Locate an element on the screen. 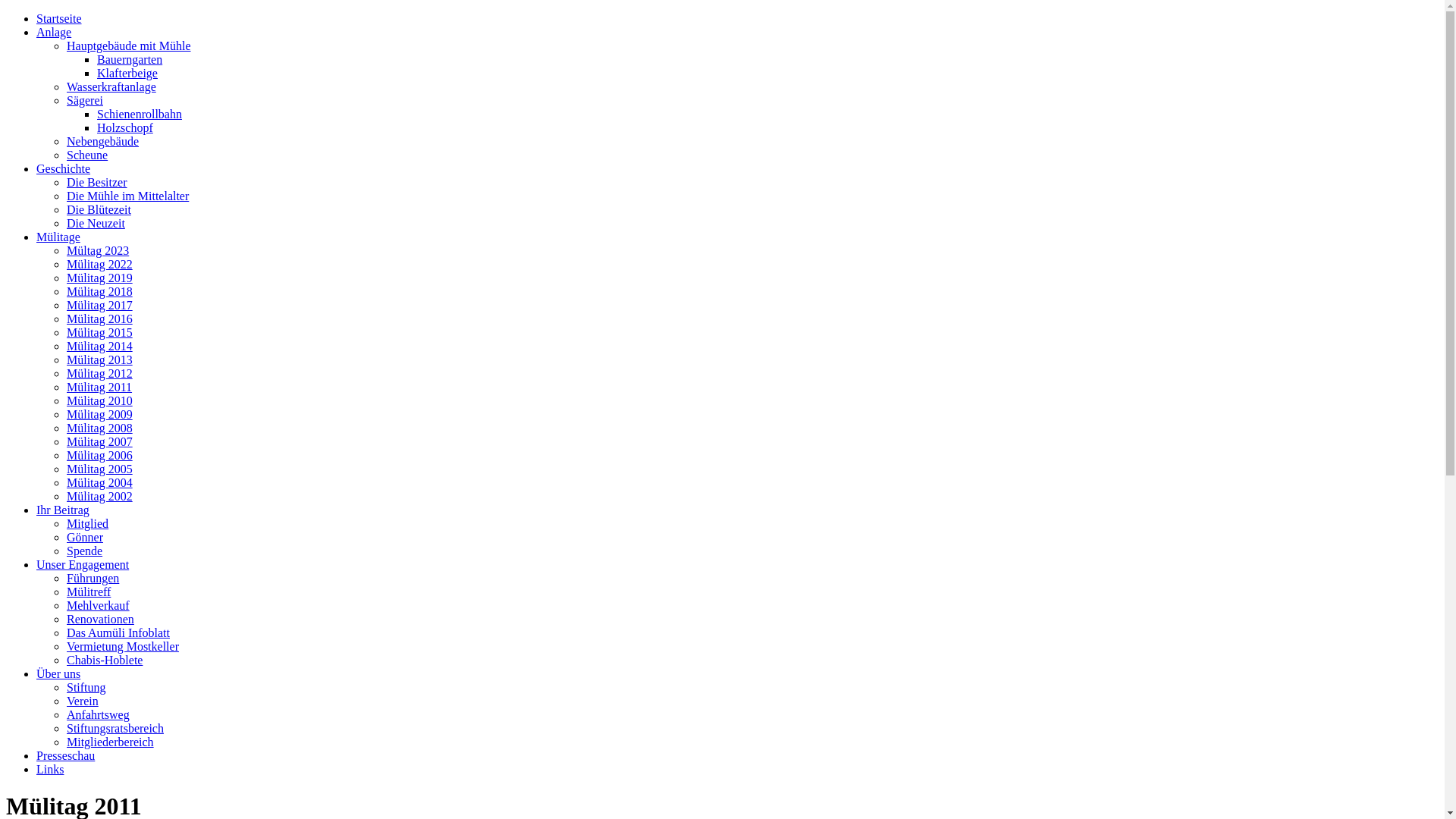  'Links' is located at coordinates (36, 769).